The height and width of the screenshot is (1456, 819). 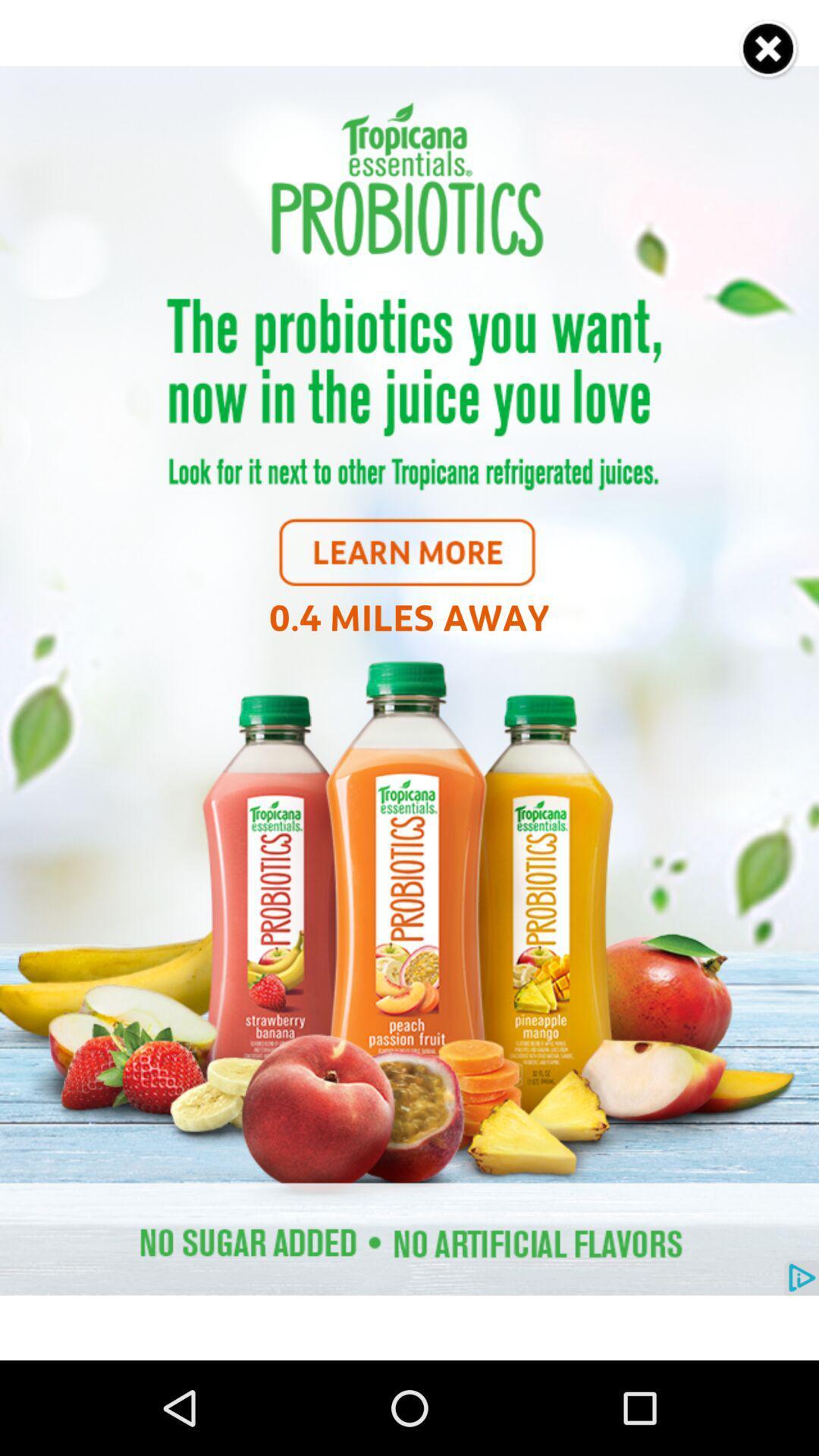 I want to click on the option, so click(x=769, y=49).